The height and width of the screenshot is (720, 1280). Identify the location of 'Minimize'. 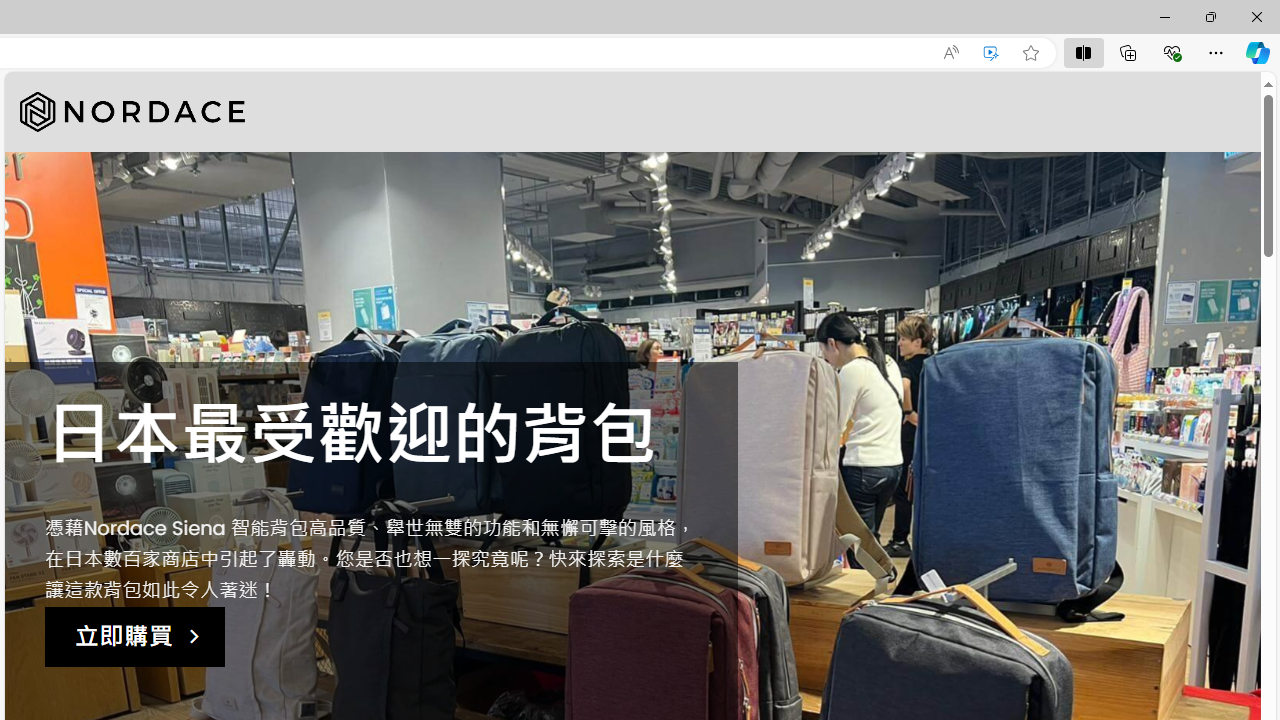
(1164, 16).